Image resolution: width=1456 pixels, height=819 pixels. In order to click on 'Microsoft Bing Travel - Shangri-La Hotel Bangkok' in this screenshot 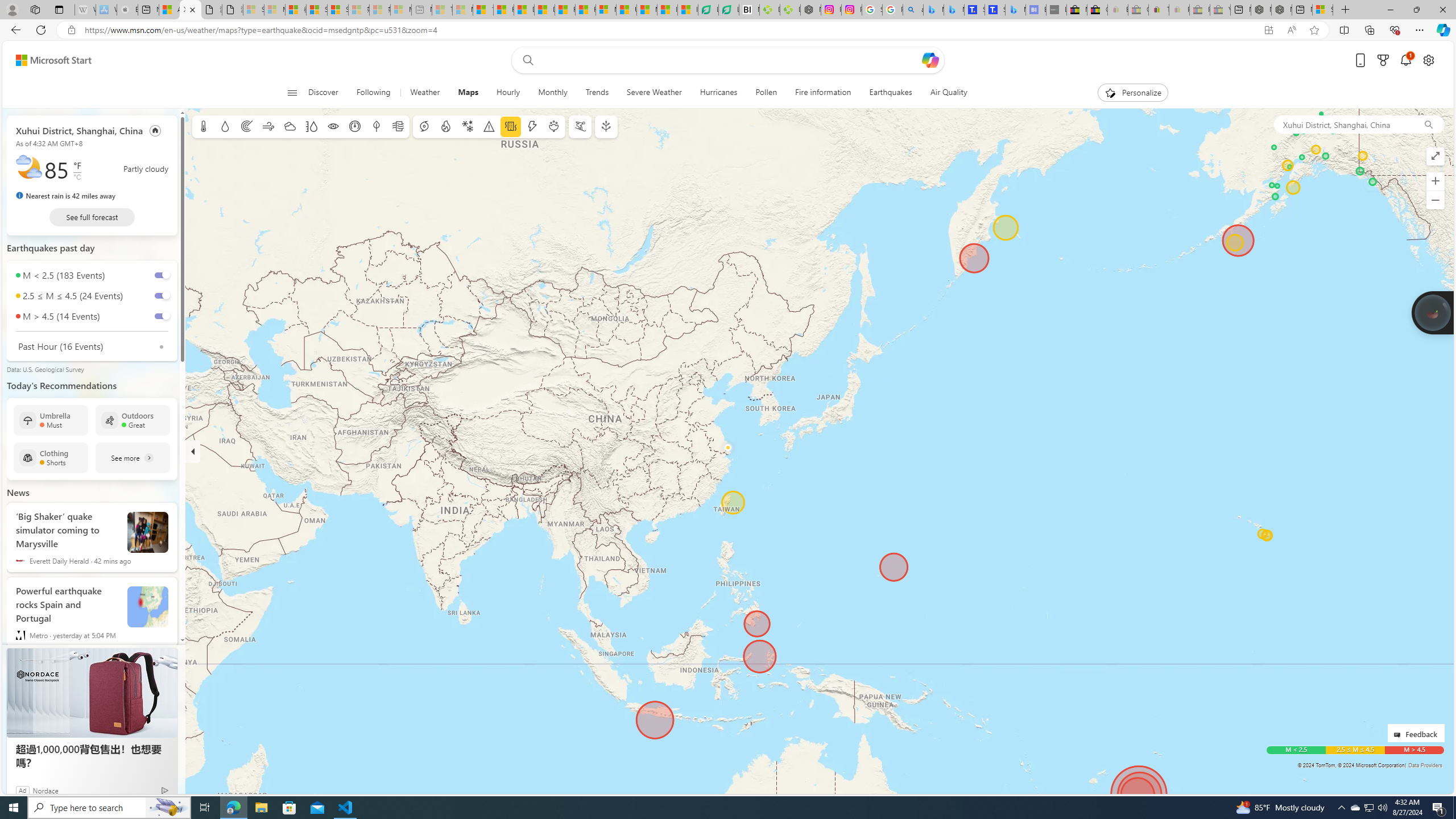, I will do `click(1015, 9)`.